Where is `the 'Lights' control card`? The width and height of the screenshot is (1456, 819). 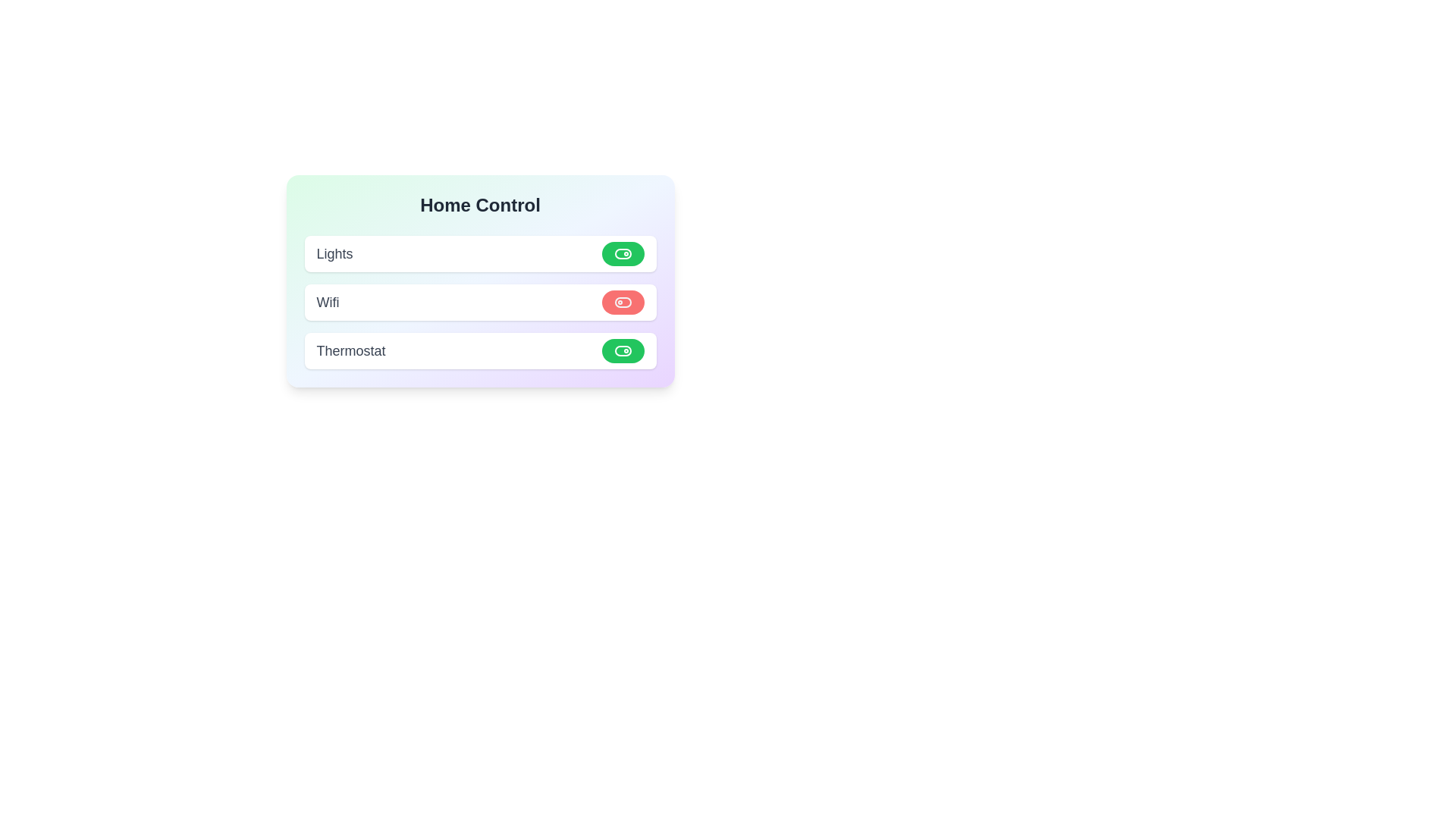
the 'Lights' control card is located at coordinates (479, 253).